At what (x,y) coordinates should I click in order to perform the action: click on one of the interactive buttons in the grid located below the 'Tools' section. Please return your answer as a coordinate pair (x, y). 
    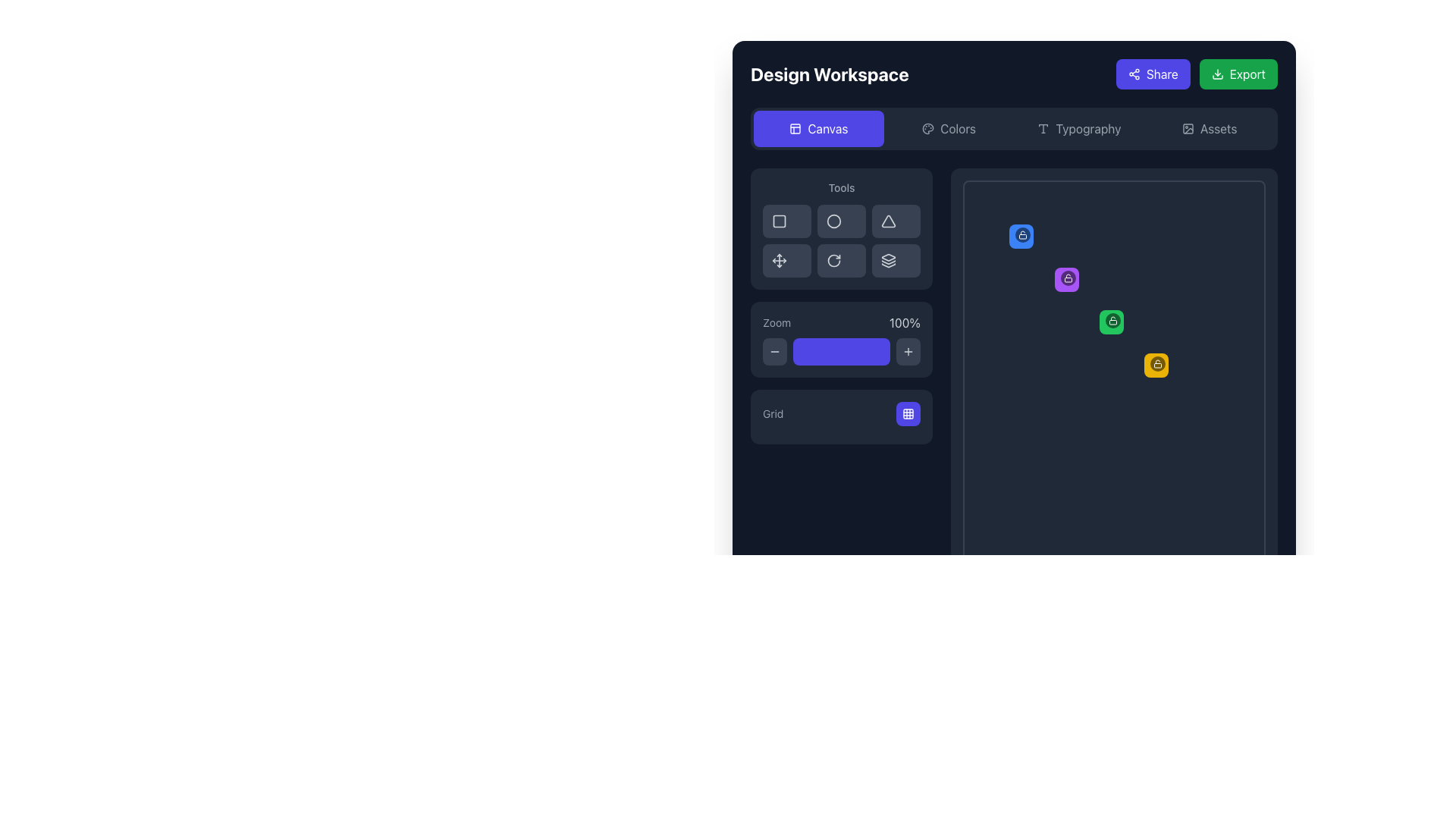
    Looking at the image, I should click on (840, 240).